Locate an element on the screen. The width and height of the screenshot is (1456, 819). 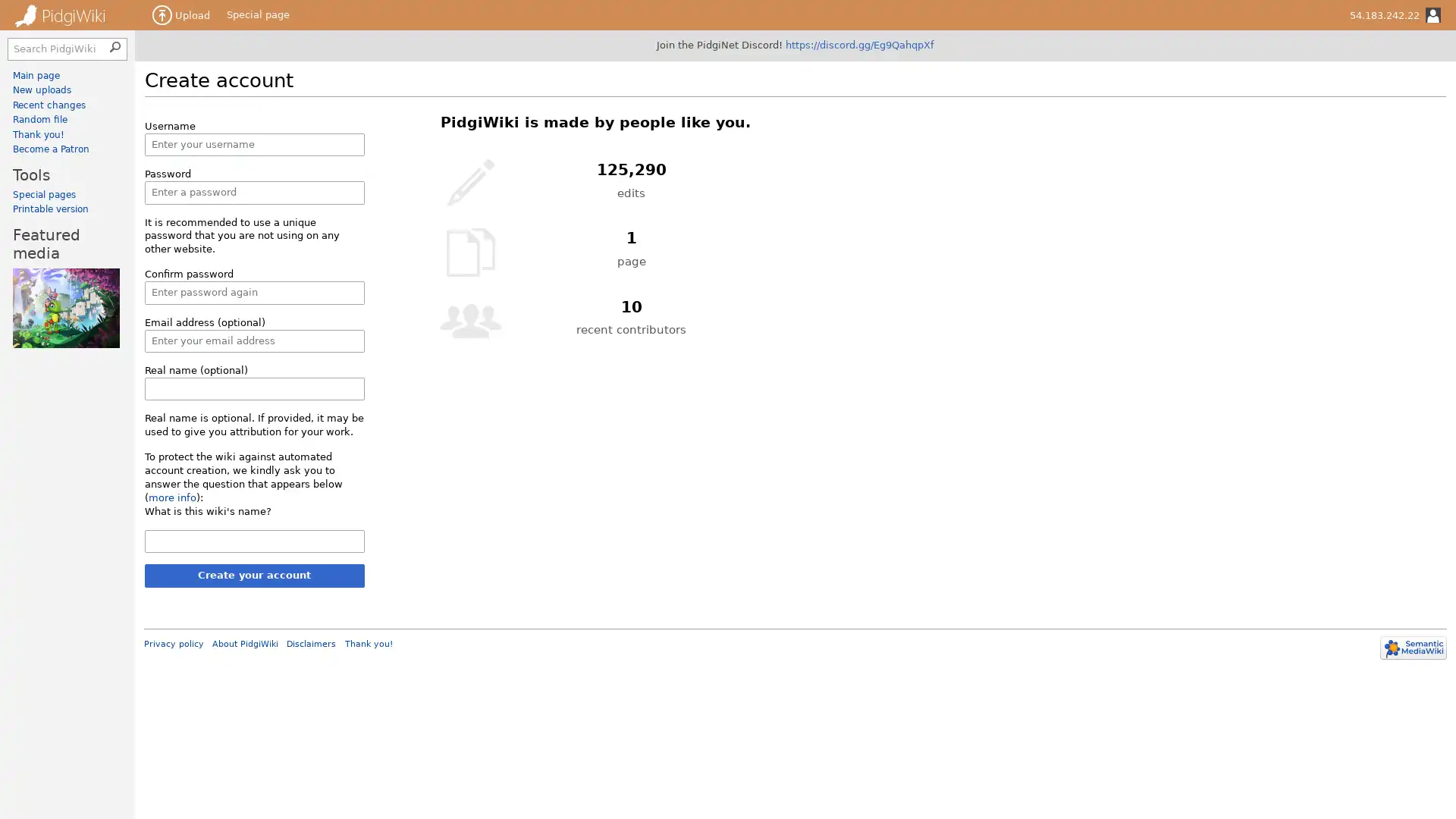
Create your account is located at coordinates (254, 576).